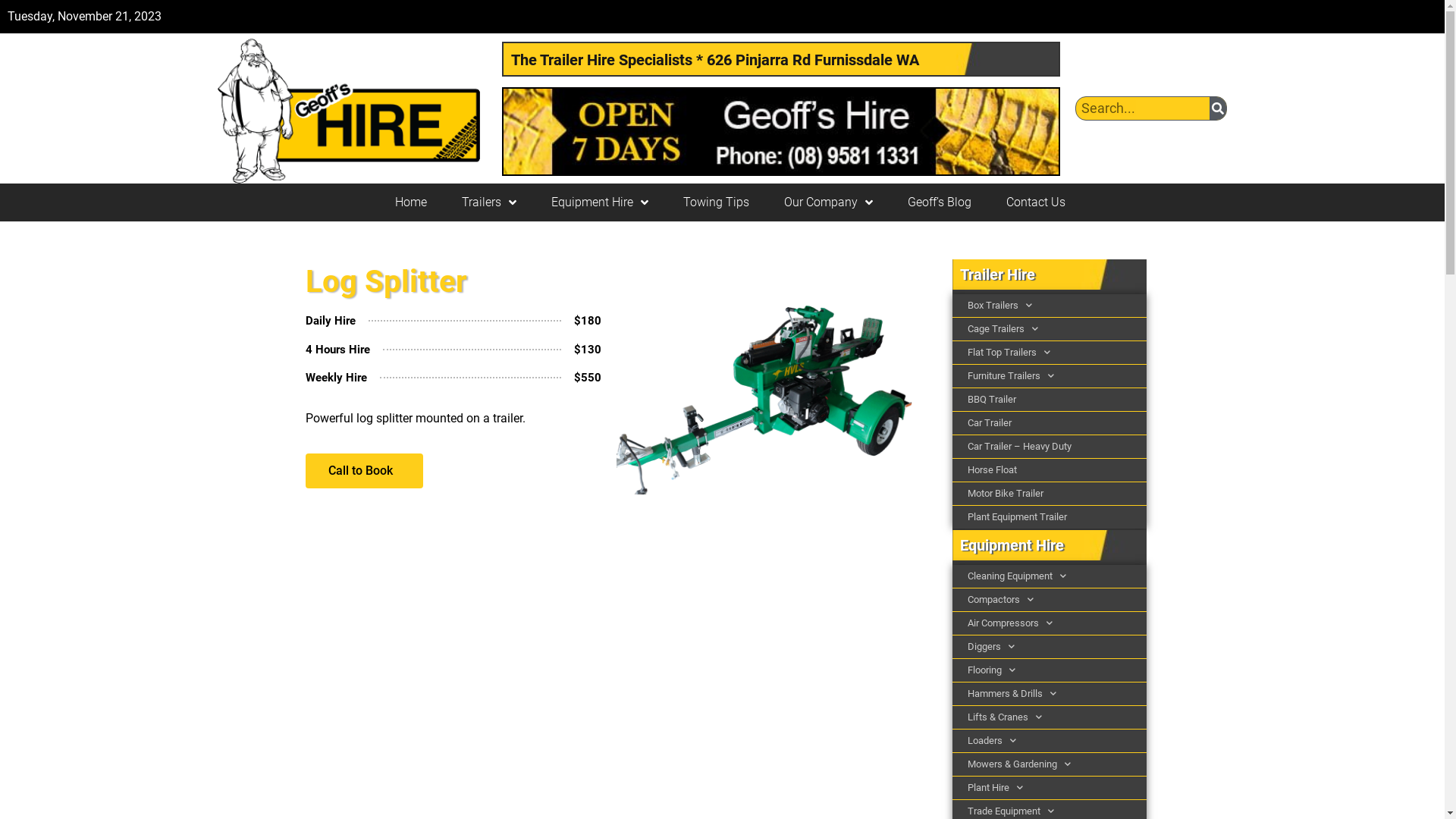 This screenshot has width=1456, height=819. I want to click on 'Compactors', so click(1048, 598).